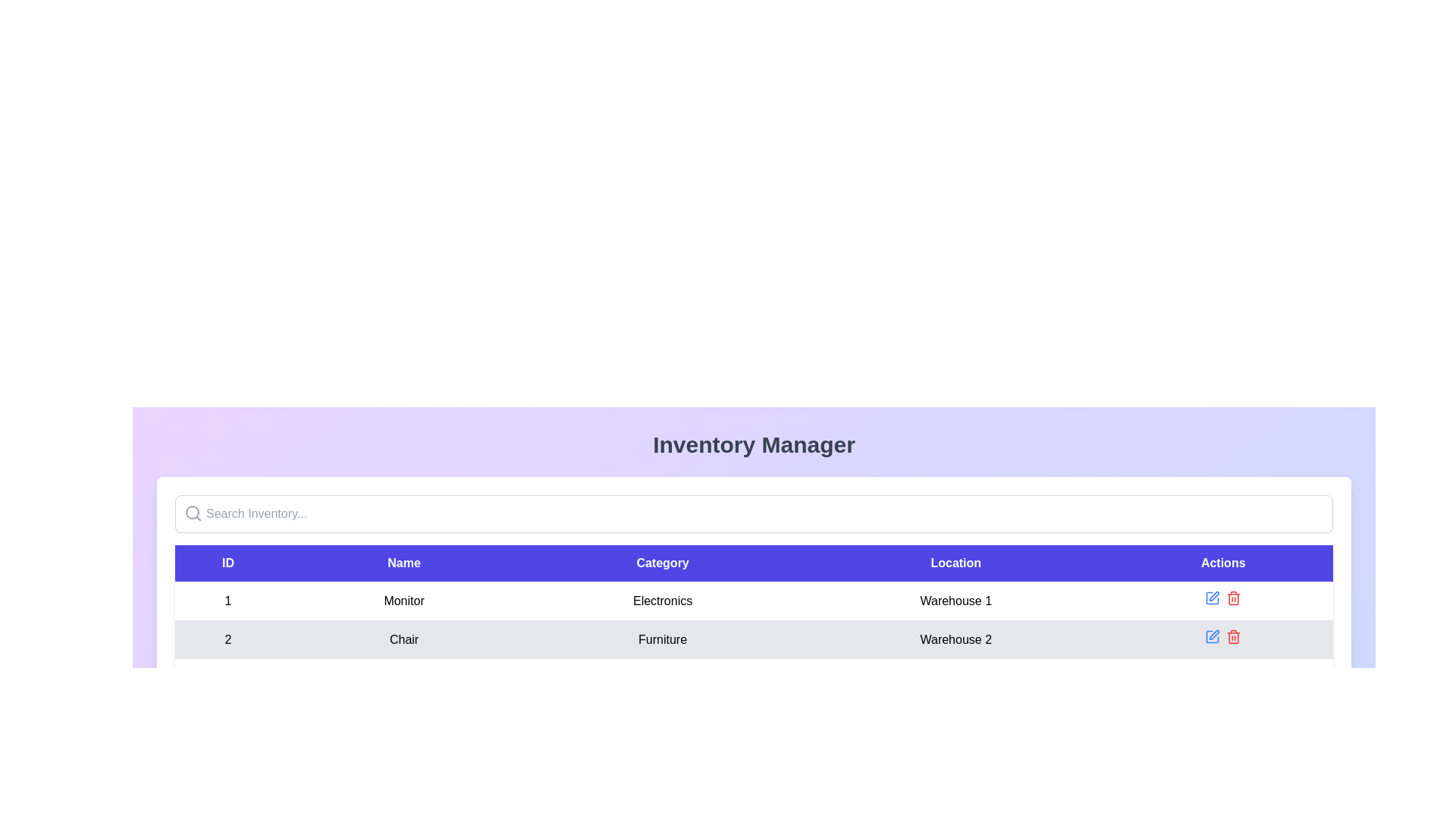 This screenshot has width=1456, height=819. Describe the element at coordinates (194, 724) in the screenshot. I see `the circular icon element located at the bottom of the interface, which is part of an SVG graphic` at that location.